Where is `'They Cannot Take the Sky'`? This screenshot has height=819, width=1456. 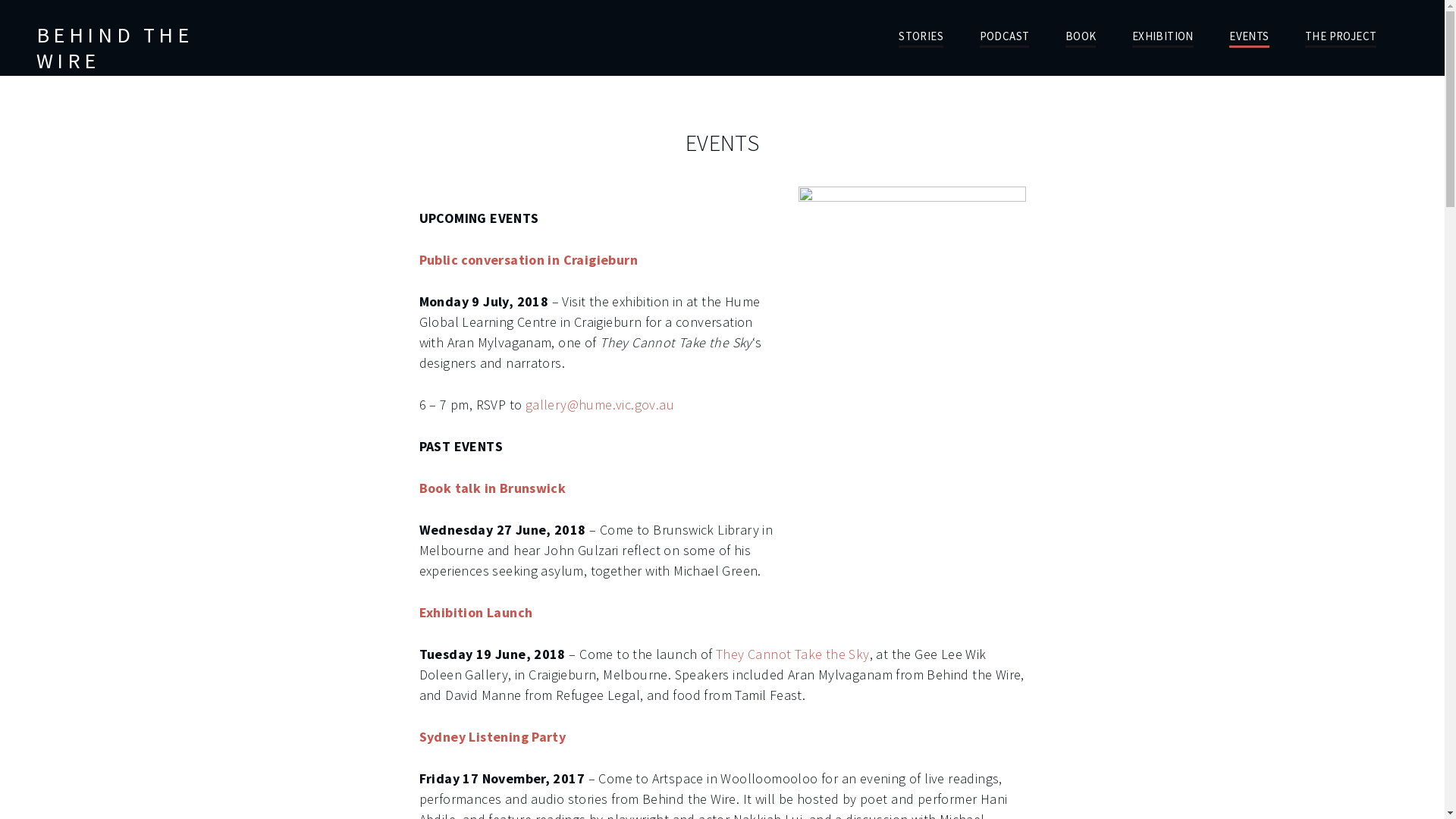 'They Cannot Take the Sky' is located at coordinates (715, 653).